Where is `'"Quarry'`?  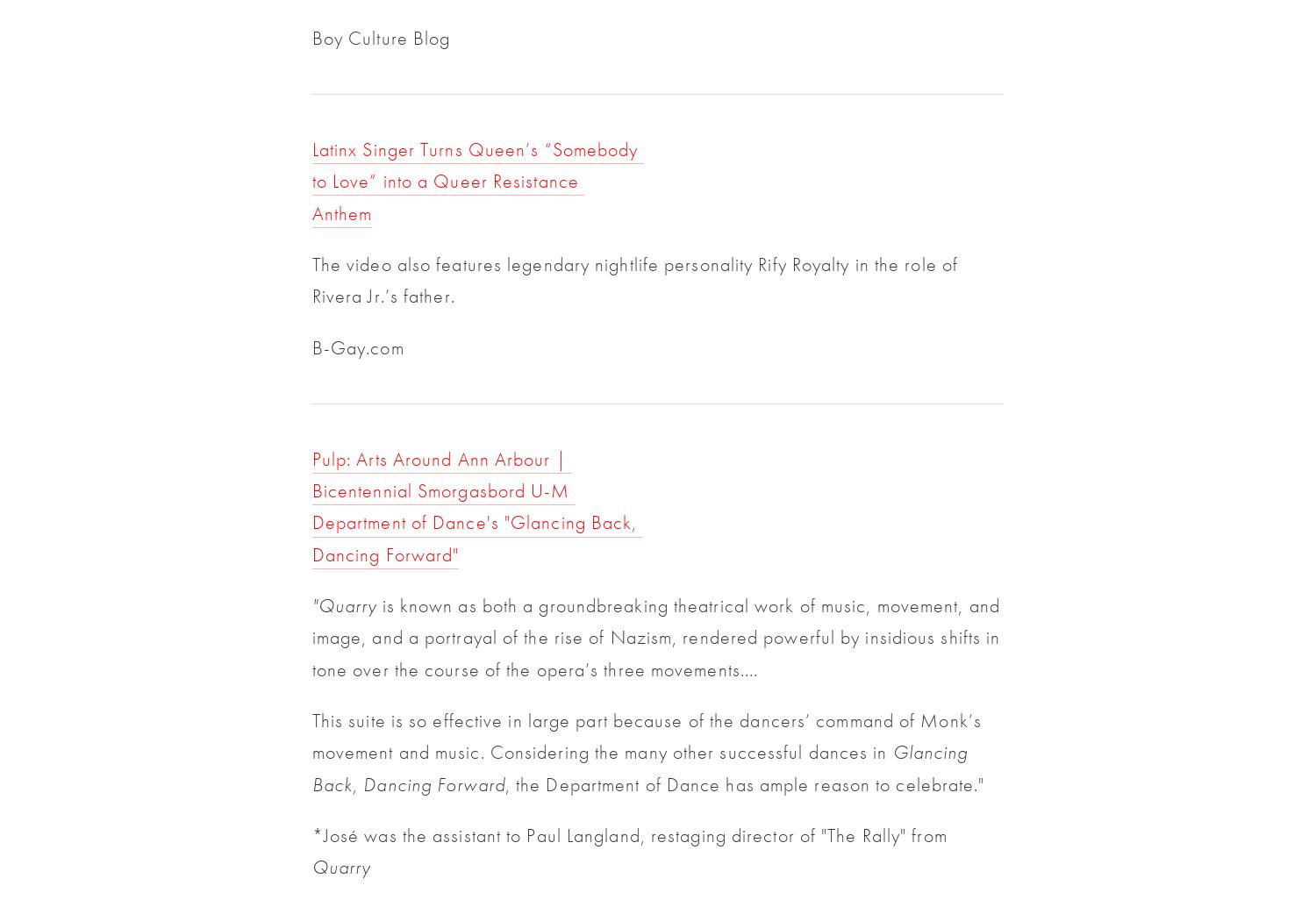
'"Quarry' is located at coordinates (343, 604).